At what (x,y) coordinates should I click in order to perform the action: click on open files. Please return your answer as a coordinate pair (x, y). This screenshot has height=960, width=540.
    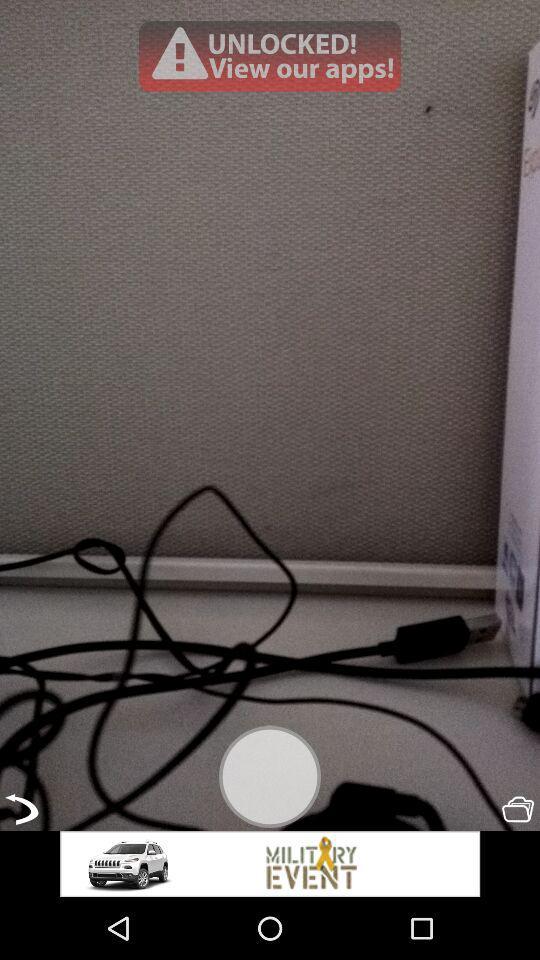
    Looking at the image, I should click on (518, 809).